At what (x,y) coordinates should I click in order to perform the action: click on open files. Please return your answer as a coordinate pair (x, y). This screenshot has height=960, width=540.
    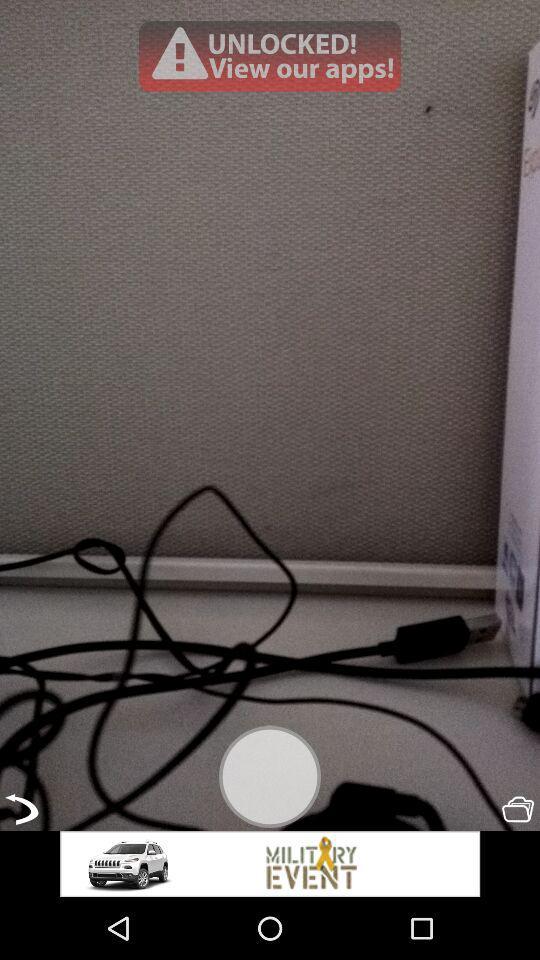
    Looking at the image, I should click on (518, 809).